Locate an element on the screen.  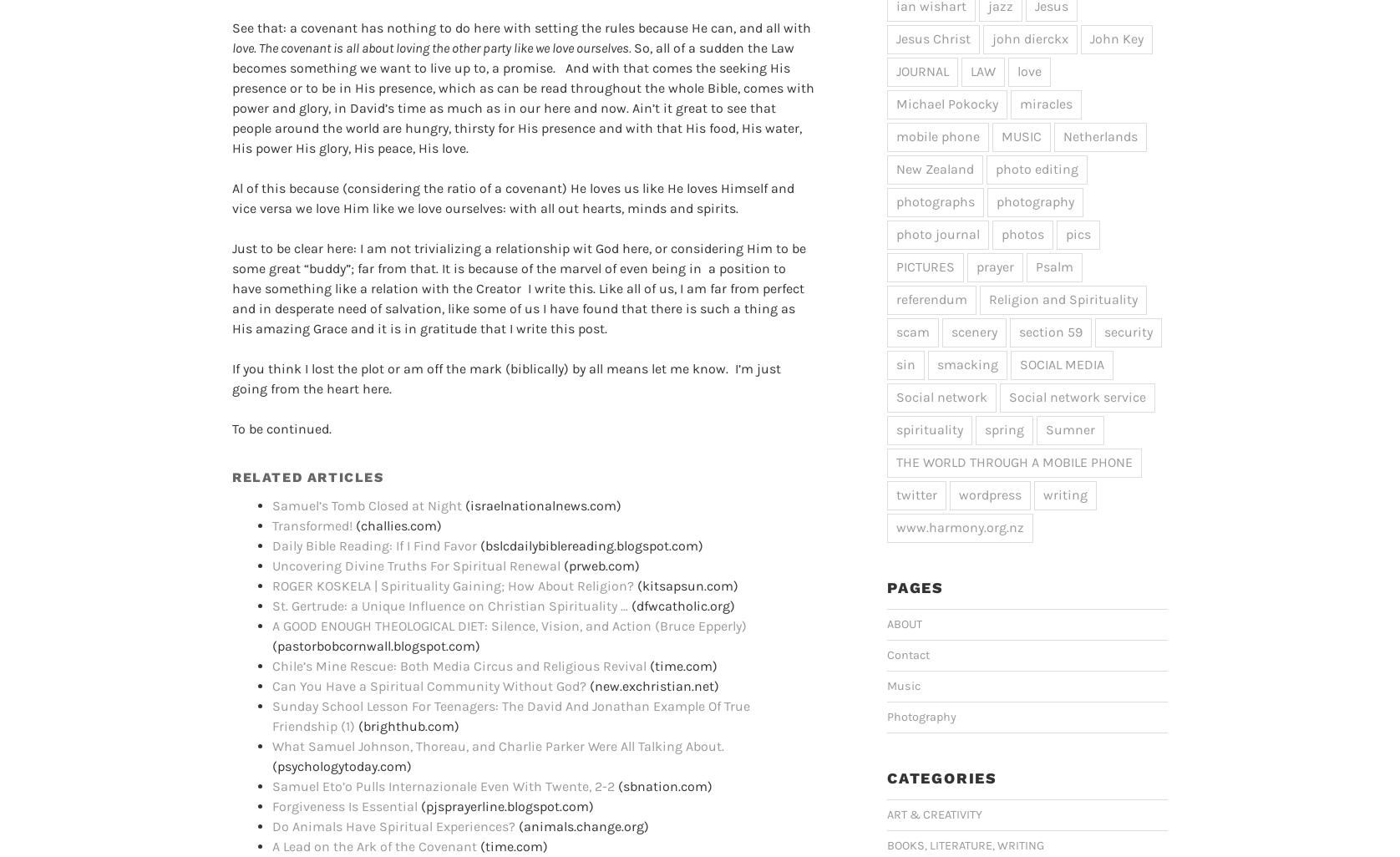
'SOCIAL MEDIA' is located at coordinates (1062, 363).